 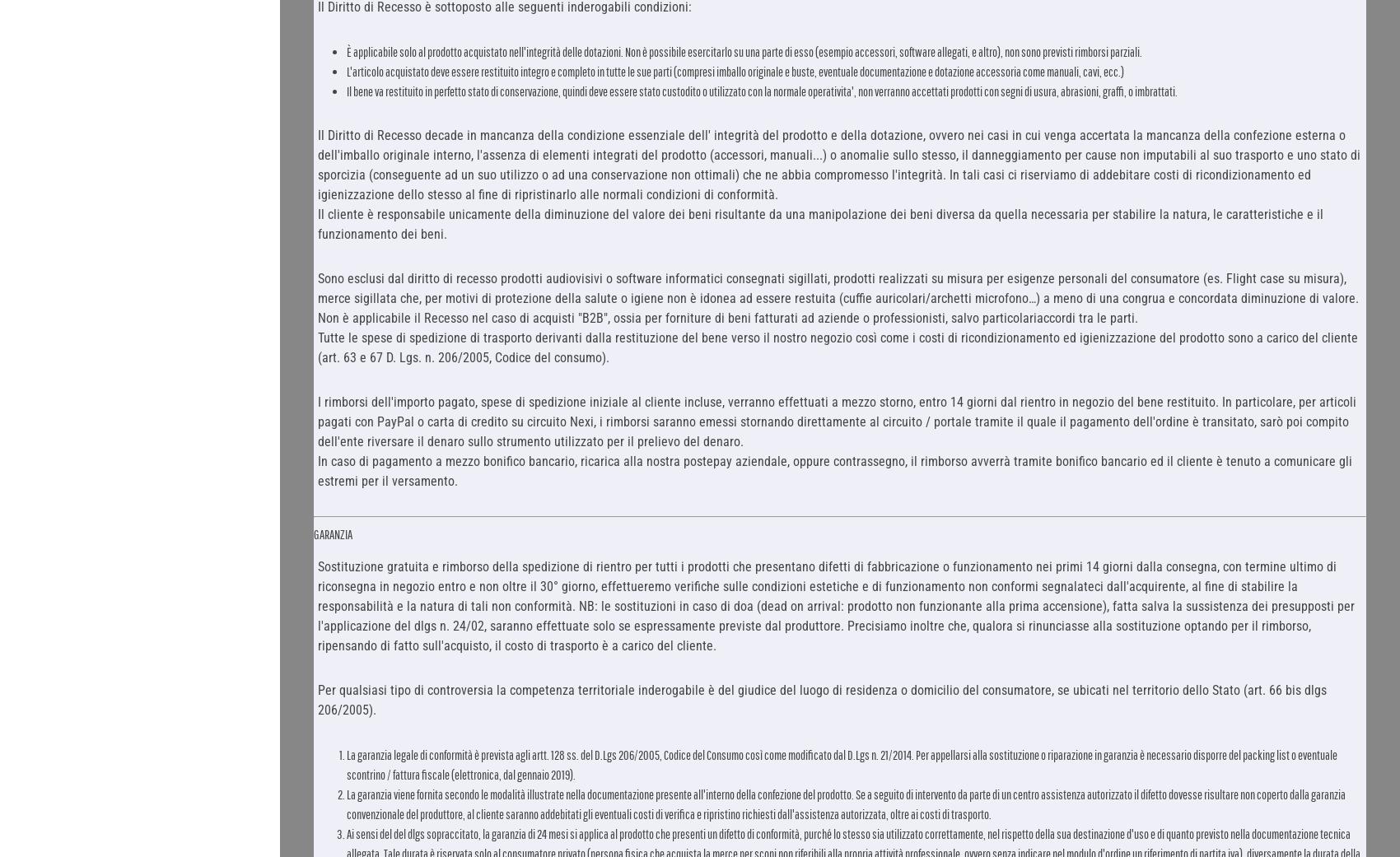 I want to click on 'I rimborsi dell'importo pagato, spese di spedizione iniziale al cliente incluse, verranno effettuati a mezzo storno, entro 14 giorni dal rientro in negozio del
bene restituito. In particolare, per articoli pagati con PayPal o carta di credito su circuito Nexi, i rimborsi saranno emessi stornando direttamente al circuito / portale tramite il quale il pagamento dell'ordine è transitato, sarò poi compito dell'ente riversare il denaro sullo strumento utilizzato per il prelievo del denaro.', so click(x=835, y=420).